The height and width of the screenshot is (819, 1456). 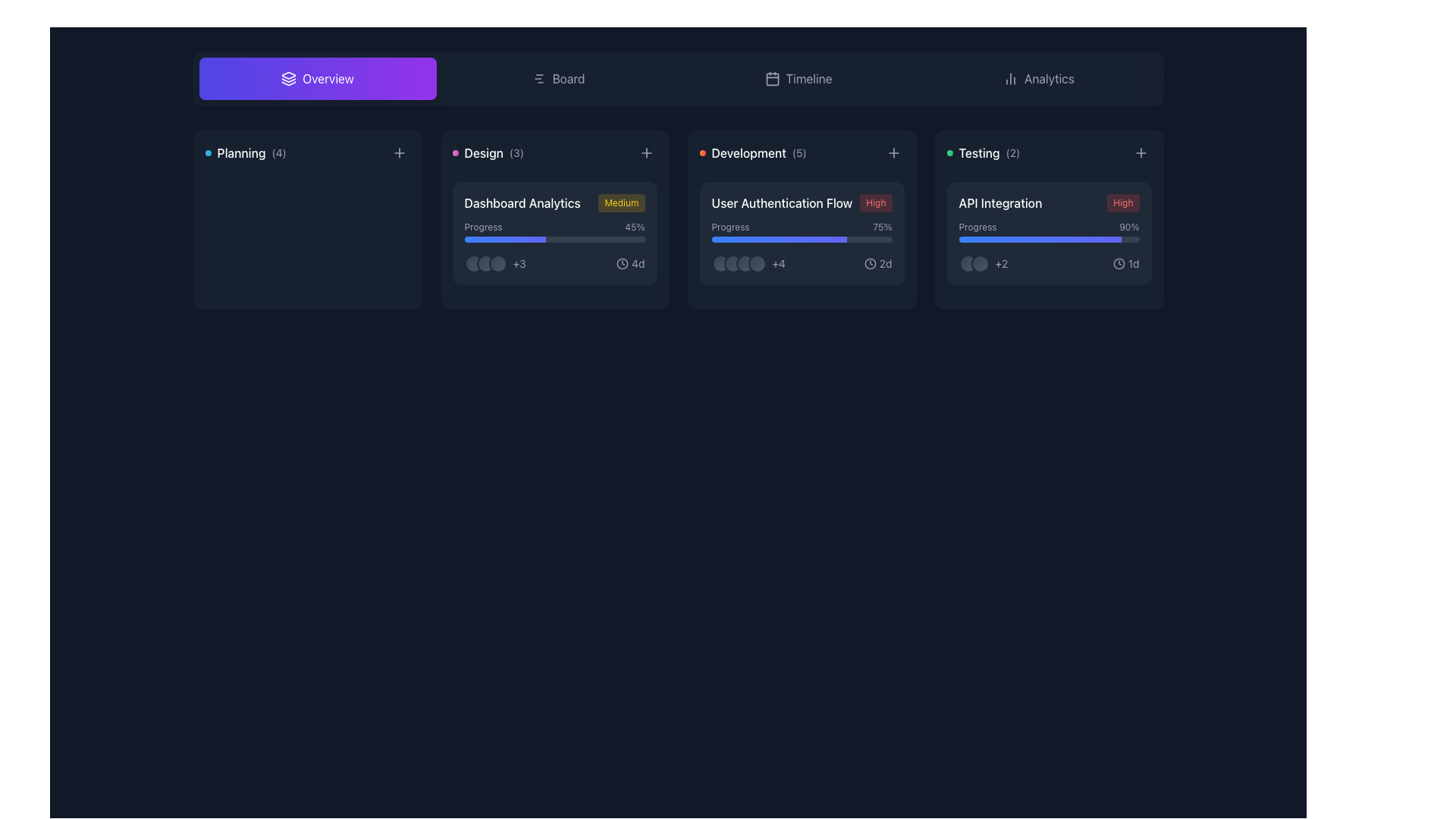 What do you see at coordinates (748, 152) in the screenshot?
I see `the text label displaying 'Development' in white color, which is located between an orange dot on the left and a gray '(5)' indicator on the right` at bounding box center [748, 152].